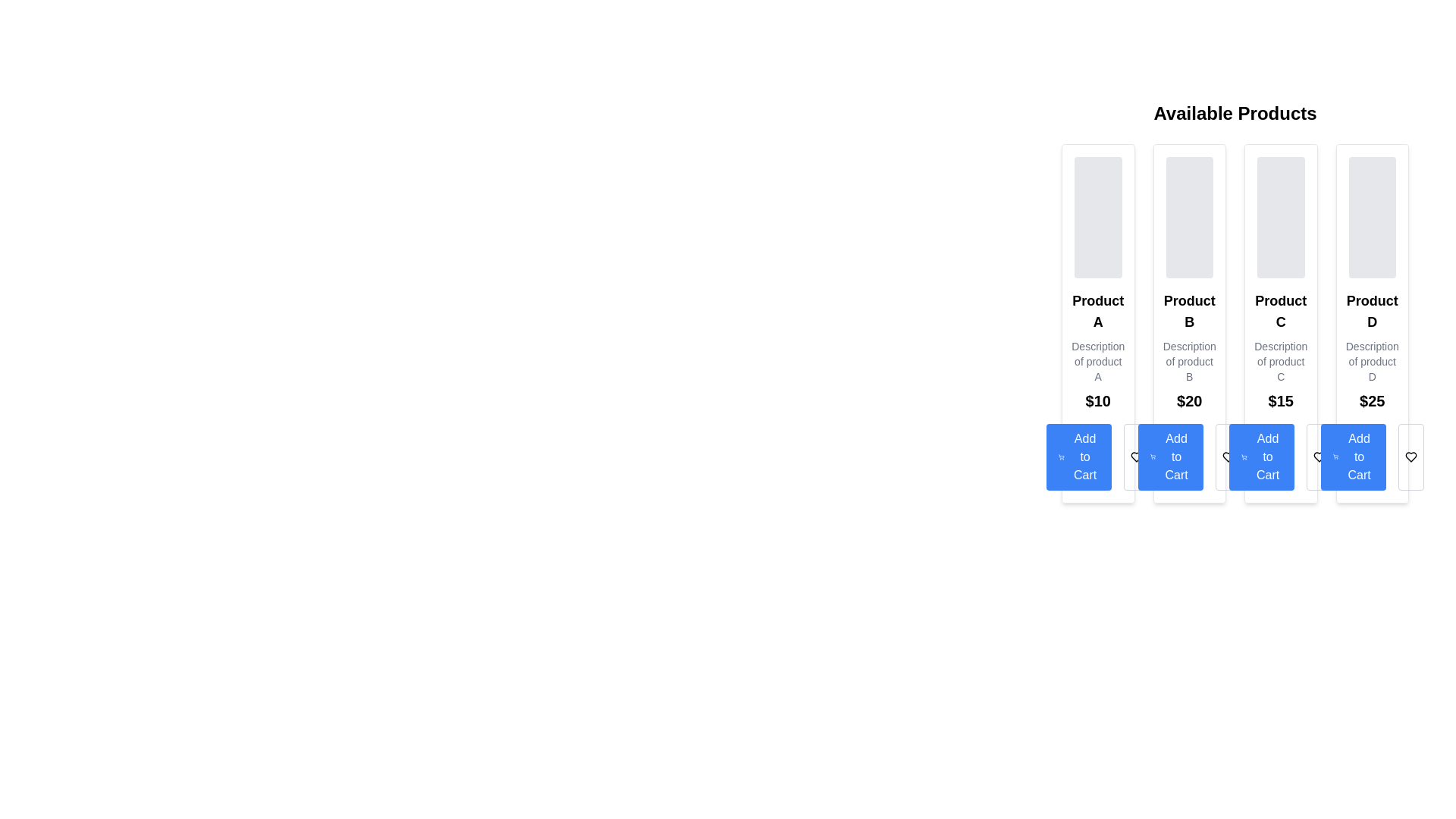 Image resolution: width=1456 pixels, height=819 pixels. Describe the element at coordinates (1188, 362) in the screenshot. I see `the text label displaying 'Description of product B', which is styled in a smaller, gray font and positioned below the title 'Product B' in the second product card` at that location.